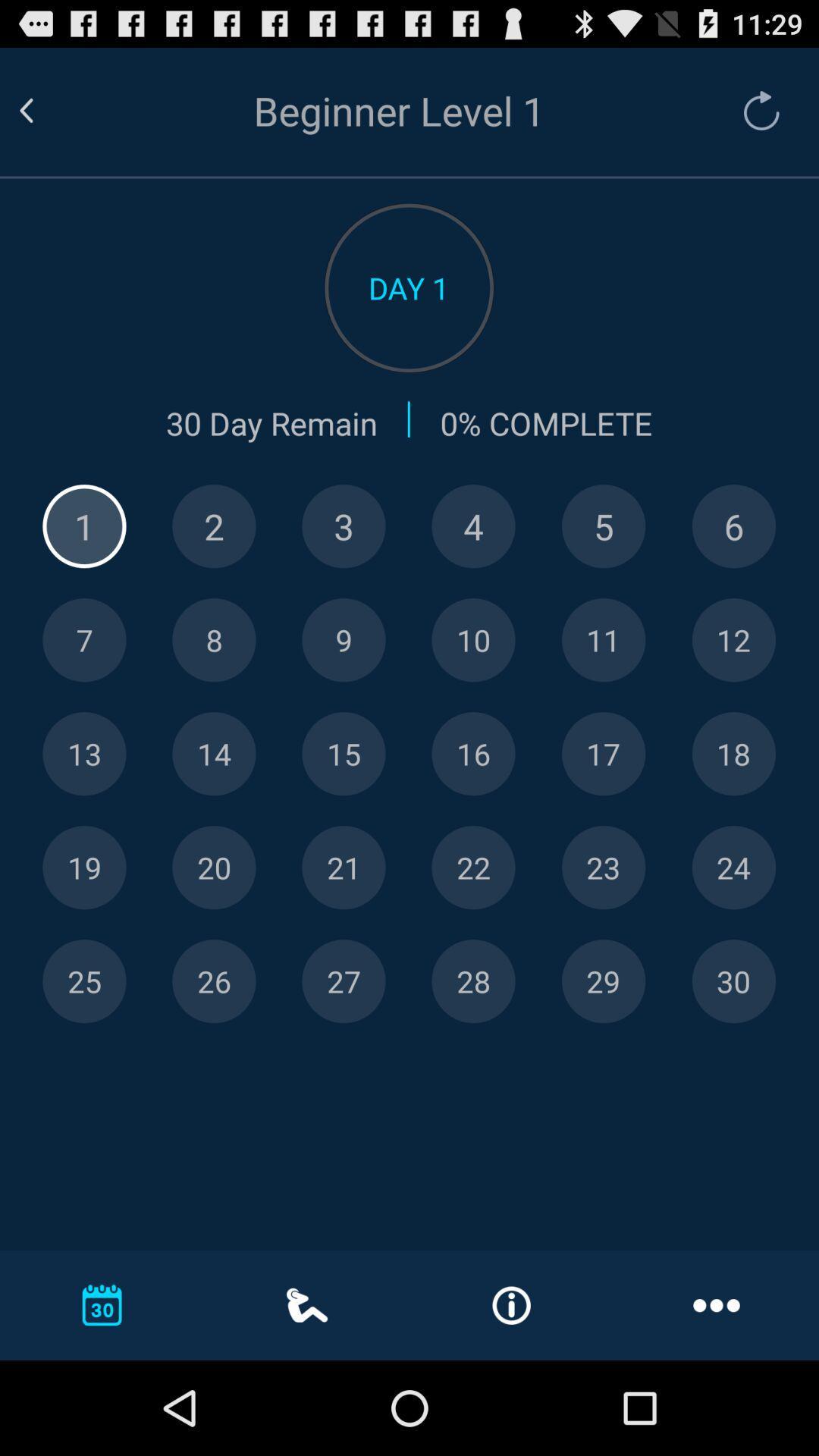  What do you see at coordinates (214, 981) in the screenshot?
I see `26th day` at bounding box center [214, 981].